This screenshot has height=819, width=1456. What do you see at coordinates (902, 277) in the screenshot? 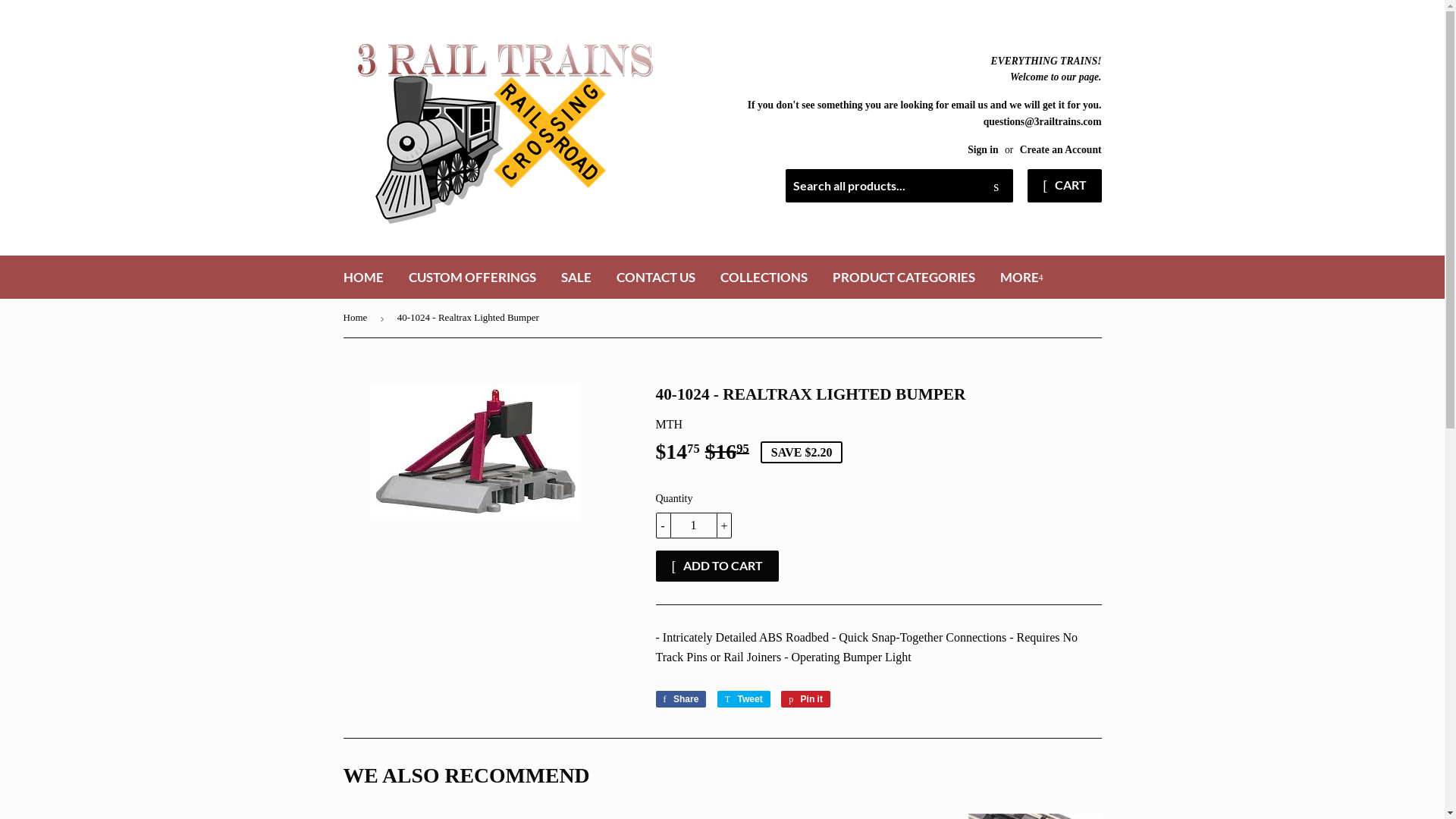
I see `'PRODUCT CATEGORIES'` at bounding box center [902, 277].